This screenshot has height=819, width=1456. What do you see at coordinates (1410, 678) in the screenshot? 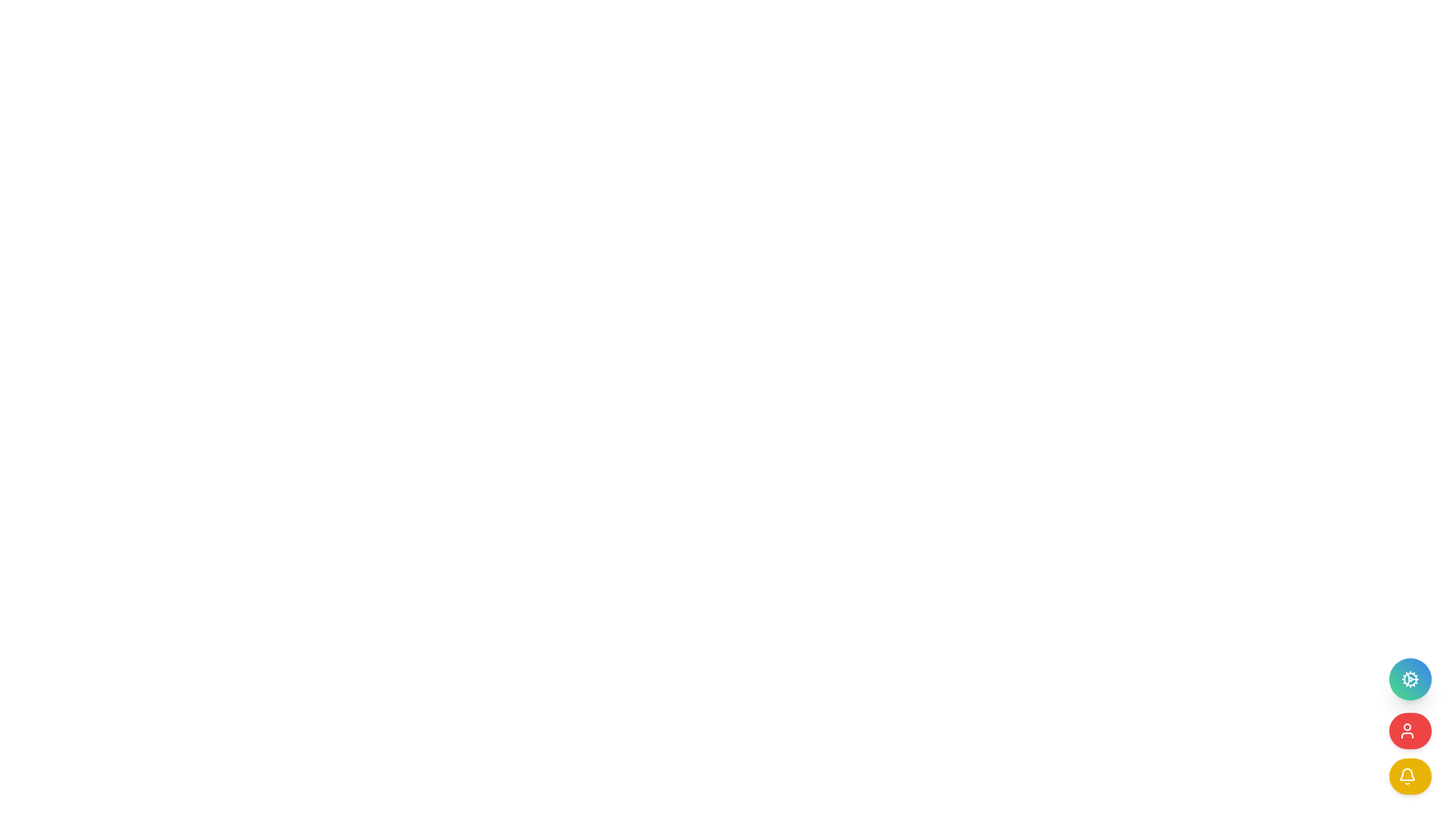
I see `the settings button located in the bottom-right corner of the interface` at bounding box center [1410, 678].